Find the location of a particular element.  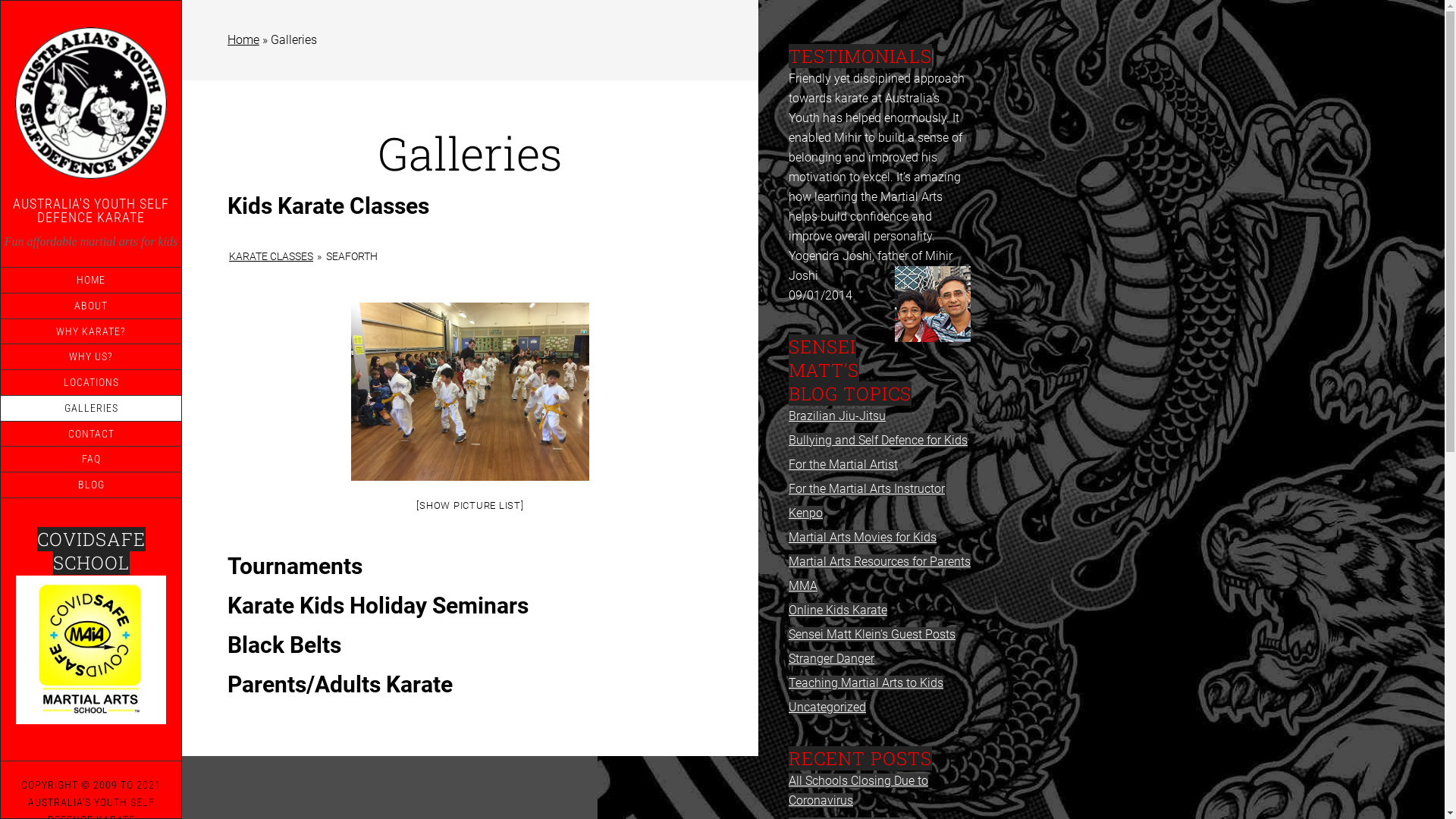

'Martial Arts Resources for Parents' is located at coordinates (789, 561).